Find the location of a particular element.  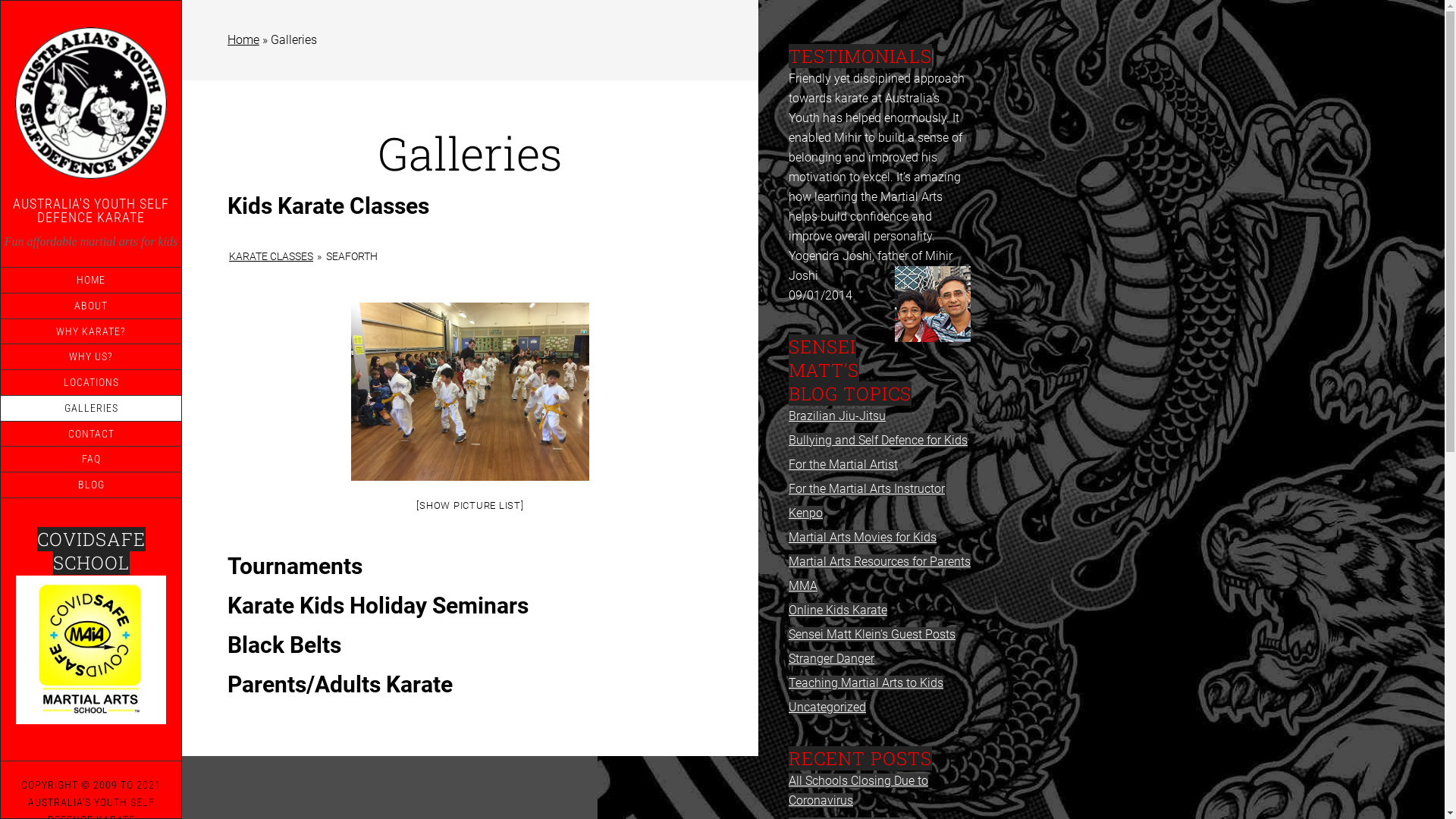

'Martial Arts Resources for Parents' is located at coordinates (789, 561).